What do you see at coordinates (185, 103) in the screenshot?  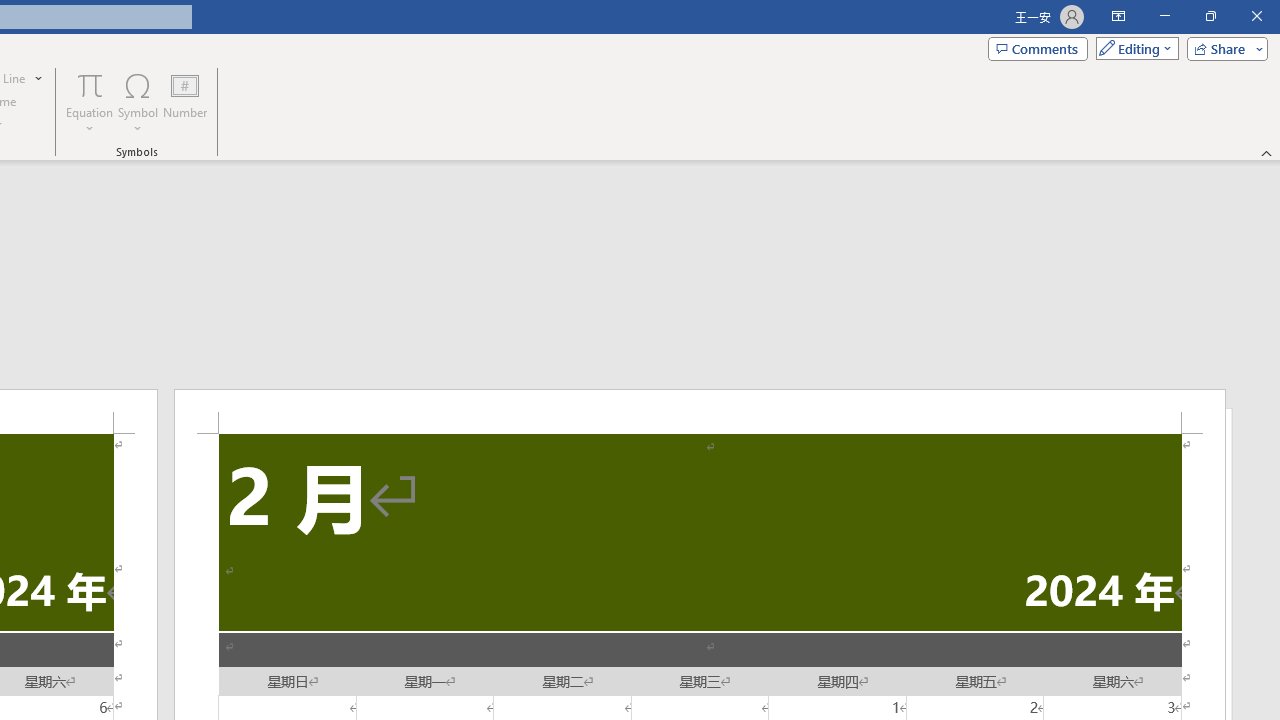 I see `'Number...'` at bounding box center [185, 103].